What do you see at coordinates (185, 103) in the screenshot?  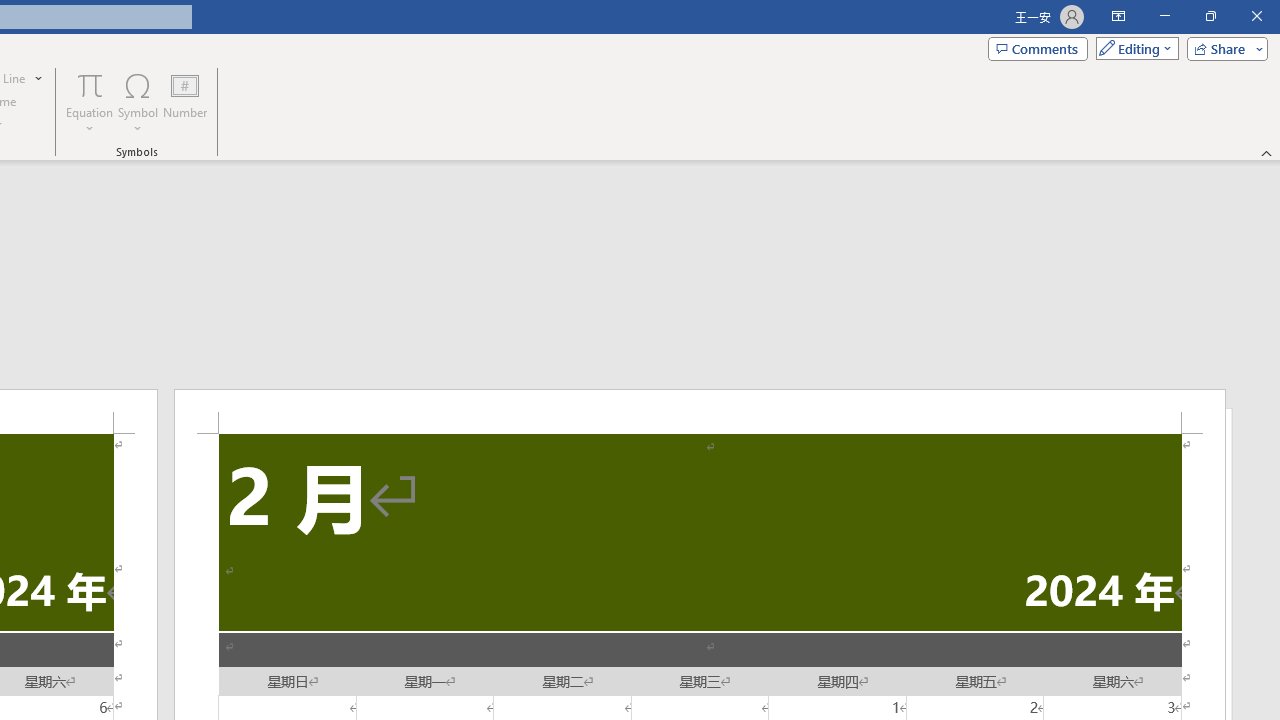 I see `'Number...'` at bounding box center [185, 103].